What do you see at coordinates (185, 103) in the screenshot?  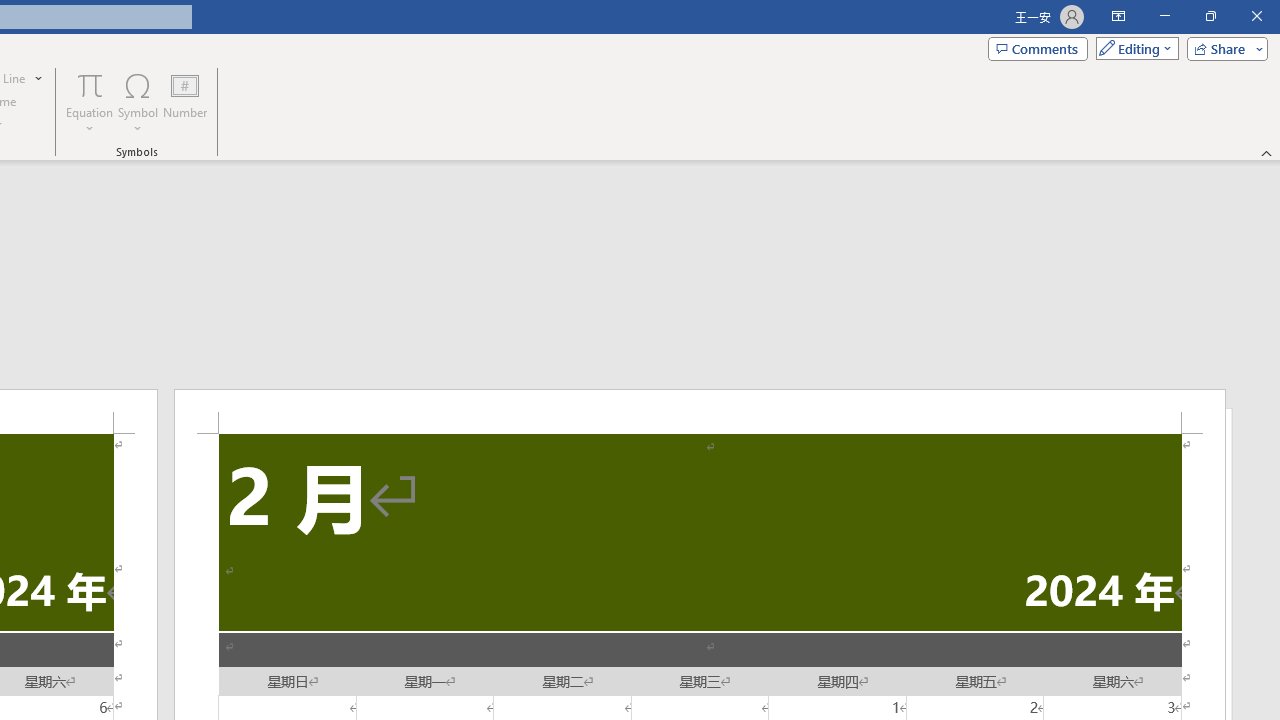 I see `'Number...'` at bounding box center [185, 103].